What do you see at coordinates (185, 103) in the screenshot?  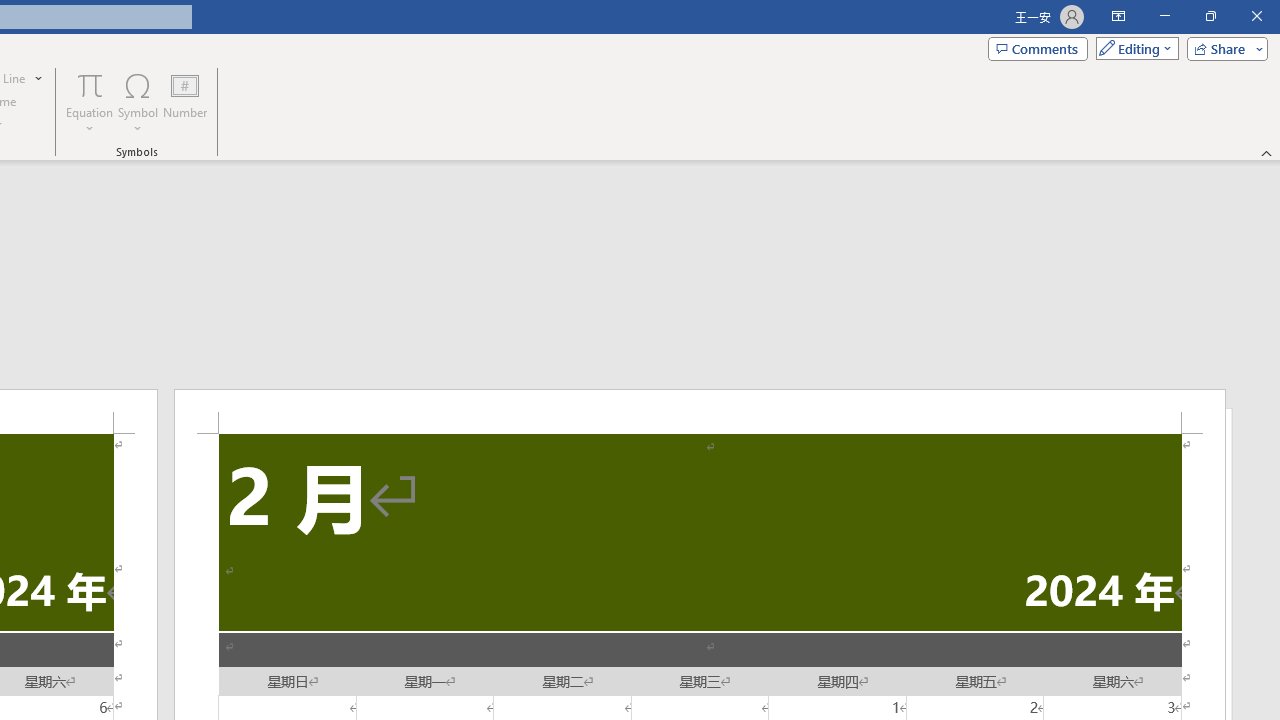 I see `'Number...'` at bounding box center [185, 103].